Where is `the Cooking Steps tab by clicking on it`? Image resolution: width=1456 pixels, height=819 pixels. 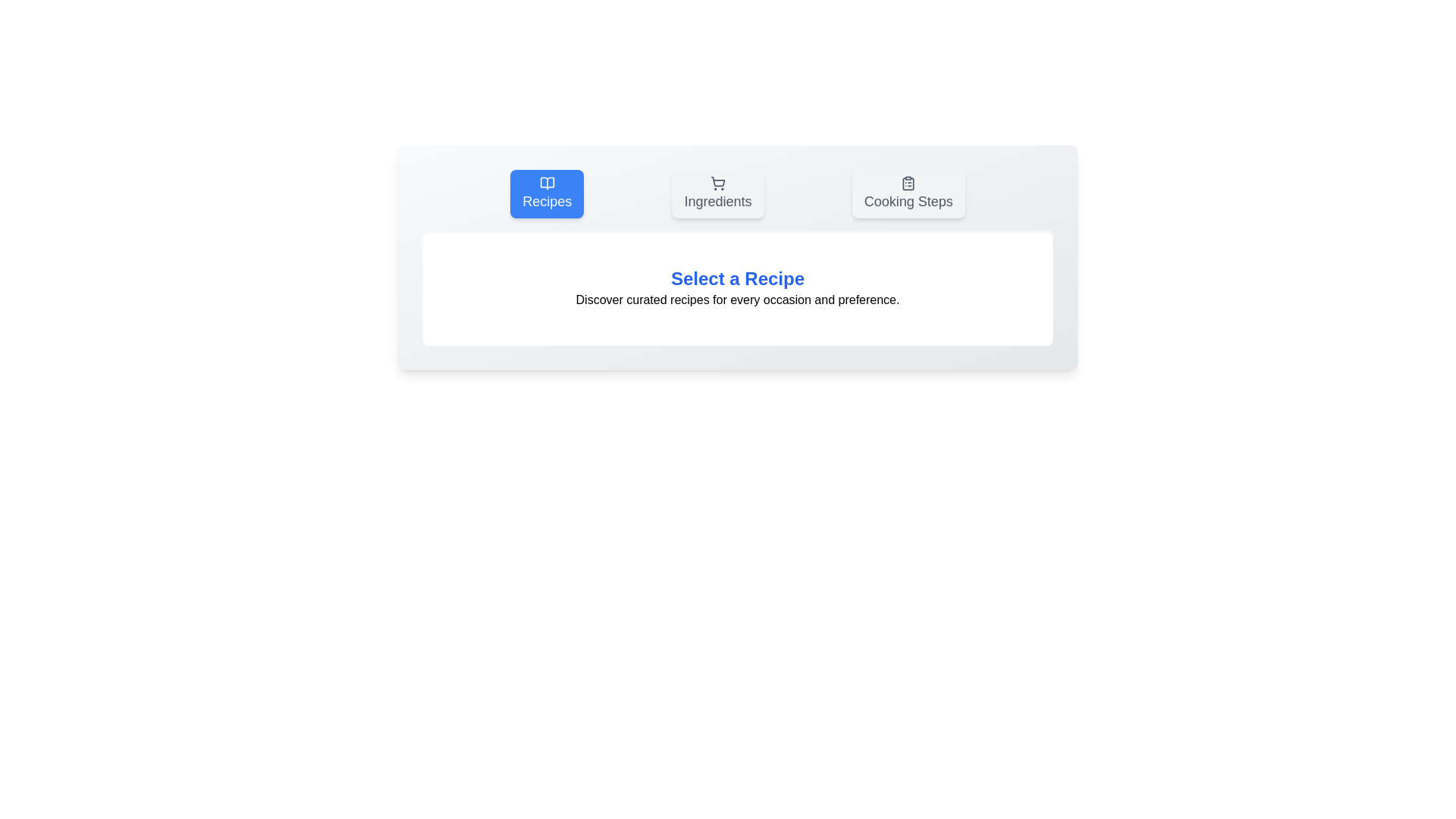
the Cooking Steps tab by clicking on it is located at coordinates (908, 193).